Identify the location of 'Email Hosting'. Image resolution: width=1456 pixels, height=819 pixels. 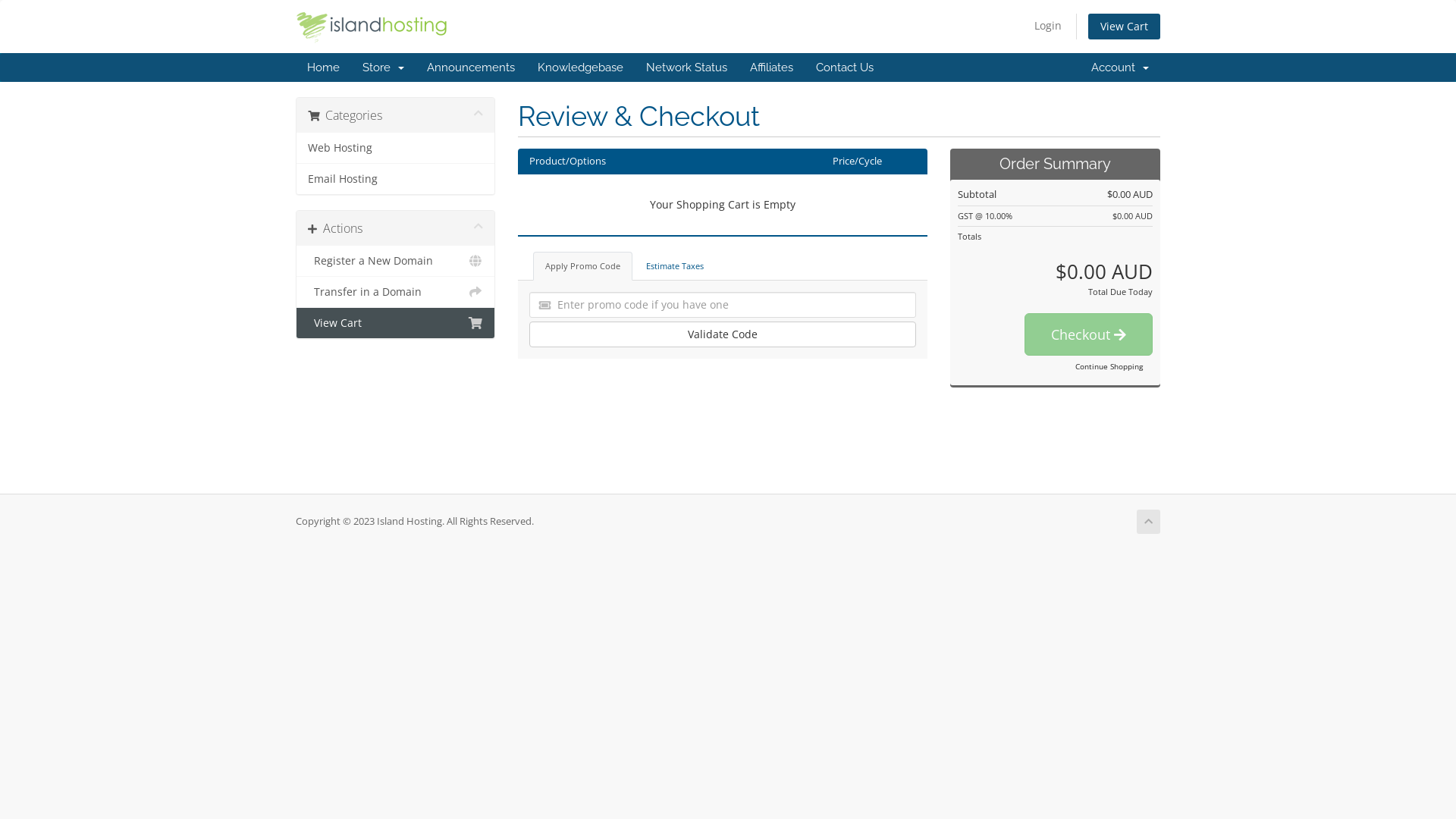
(395, 177).